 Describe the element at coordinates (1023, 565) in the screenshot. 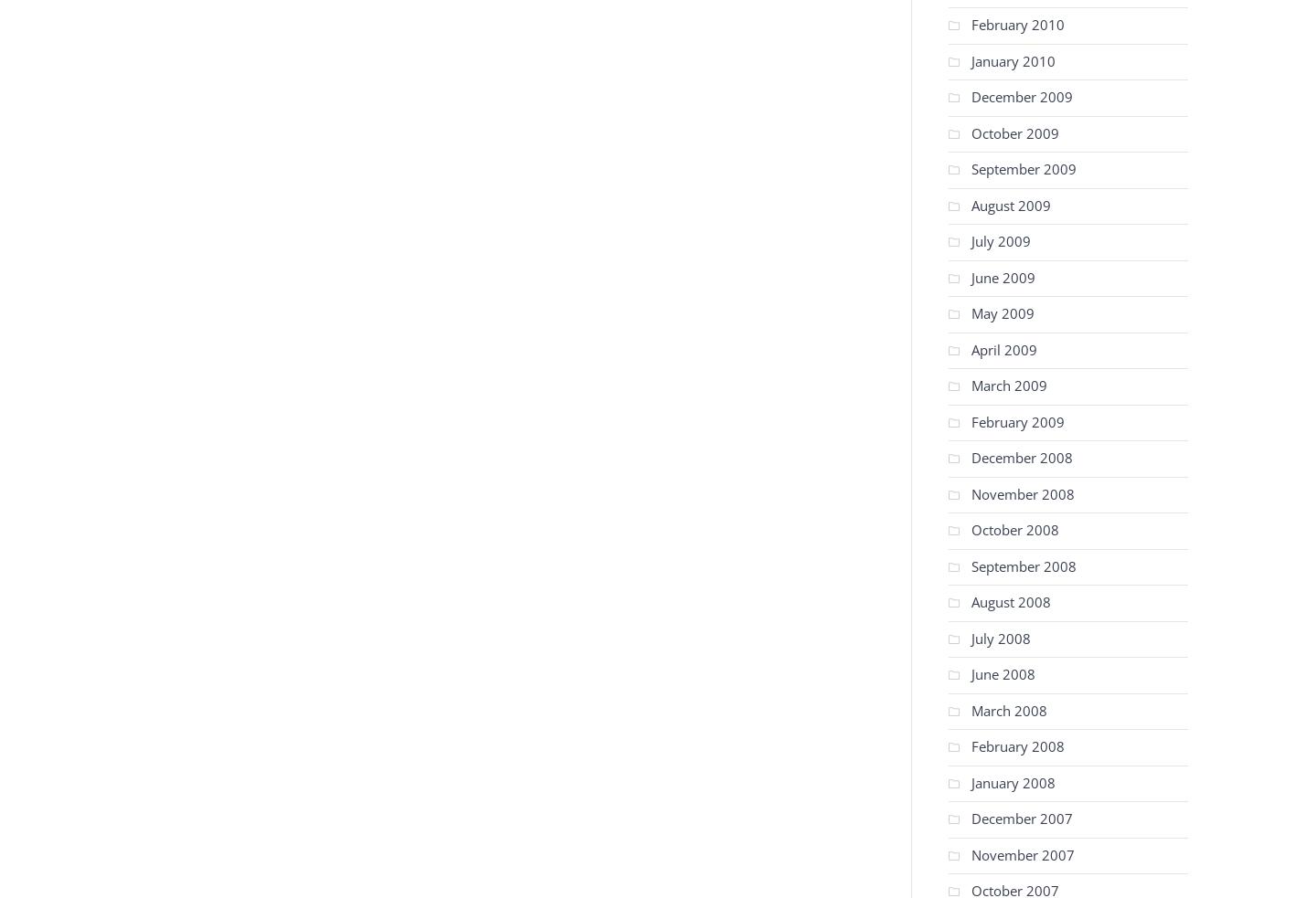

I see `'September 2008'` at that location.